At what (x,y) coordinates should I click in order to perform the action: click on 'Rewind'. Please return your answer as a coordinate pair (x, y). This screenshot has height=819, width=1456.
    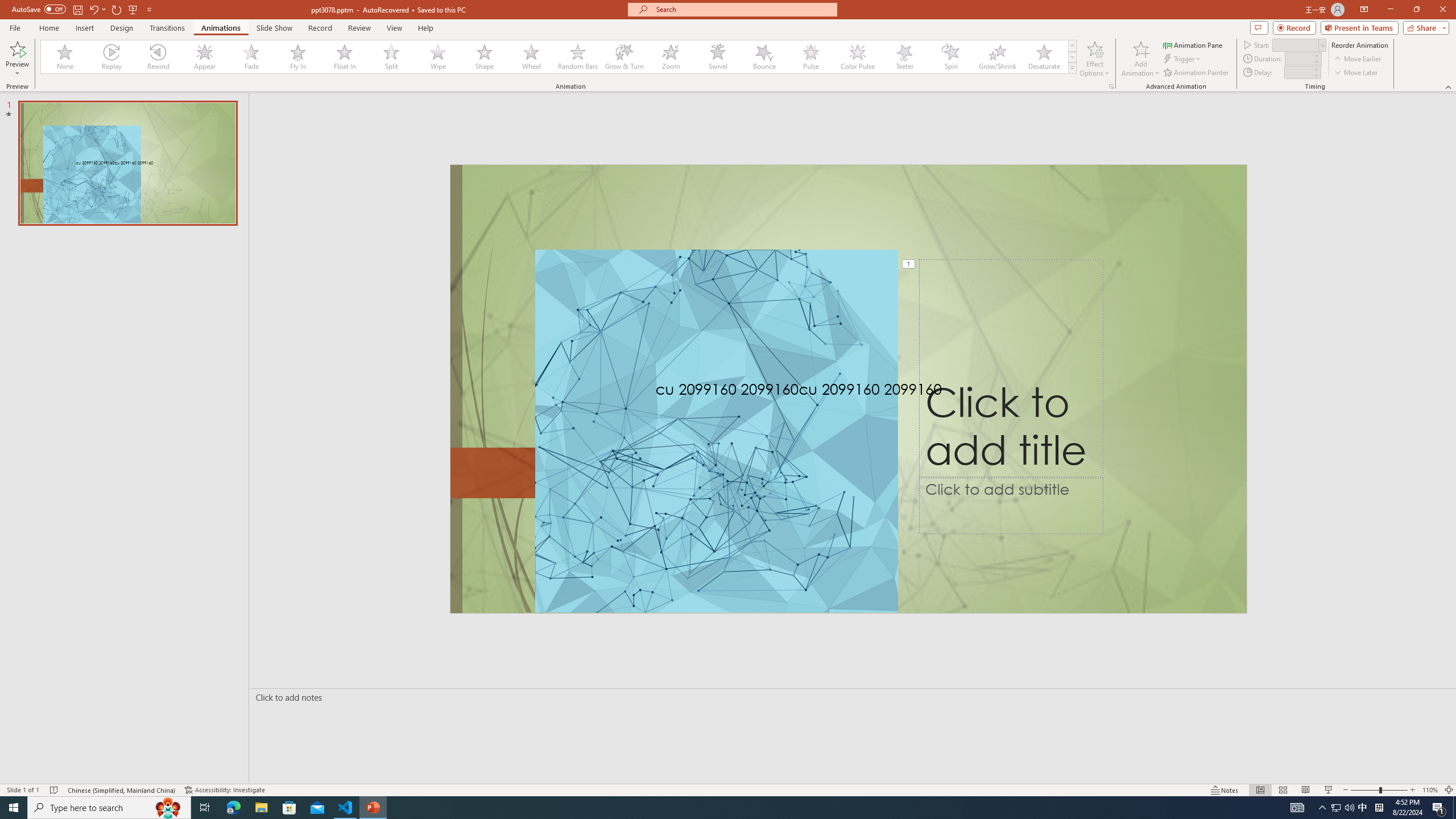
    Looking at the image, I should click on (158, 56).